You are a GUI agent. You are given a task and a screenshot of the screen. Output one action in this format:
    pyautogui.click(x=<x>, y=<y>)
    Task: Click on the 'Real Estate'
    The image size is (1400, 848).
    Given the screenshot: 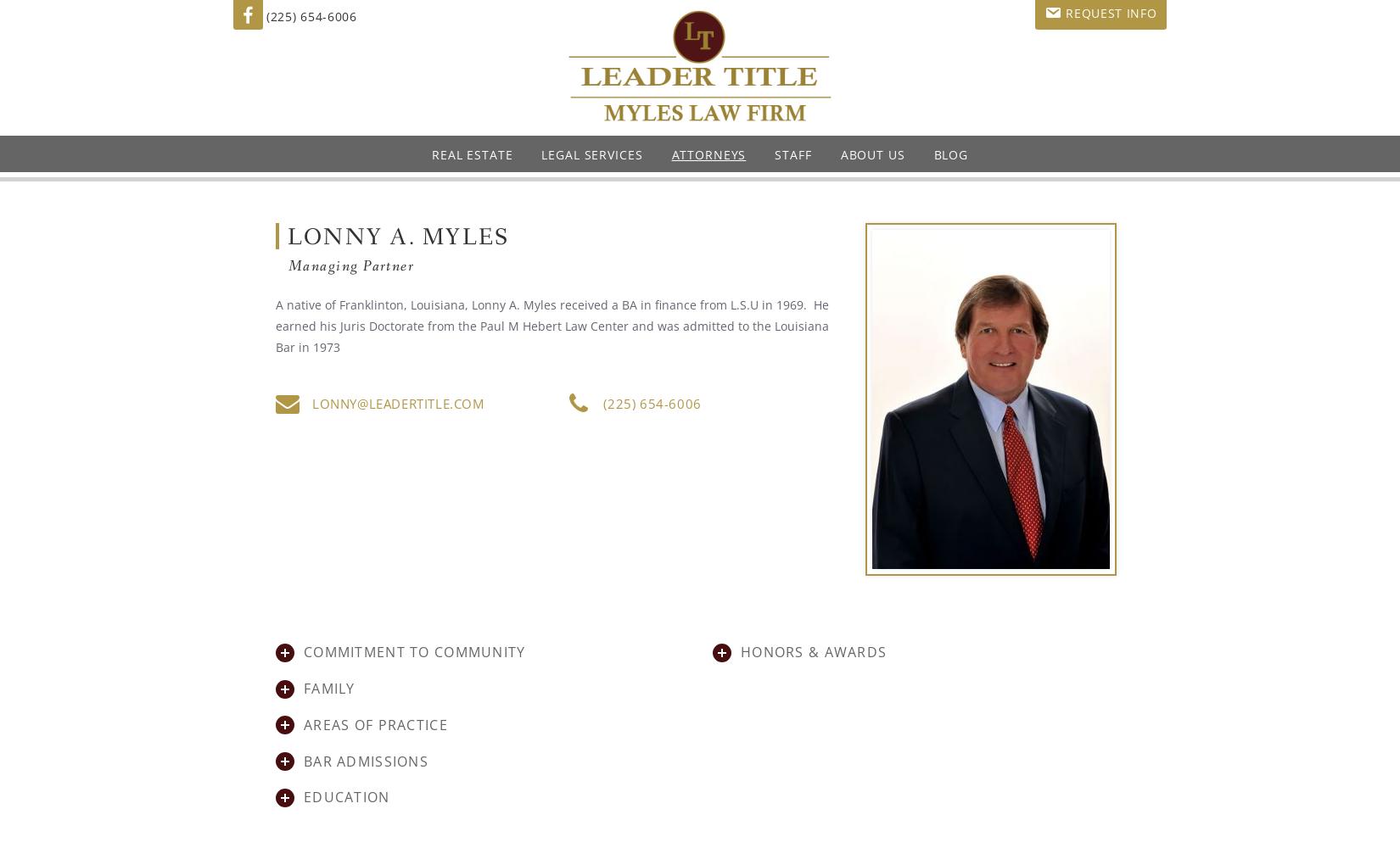 What is the action you would take?
    pyautogui.click(x=471, y=154)
    